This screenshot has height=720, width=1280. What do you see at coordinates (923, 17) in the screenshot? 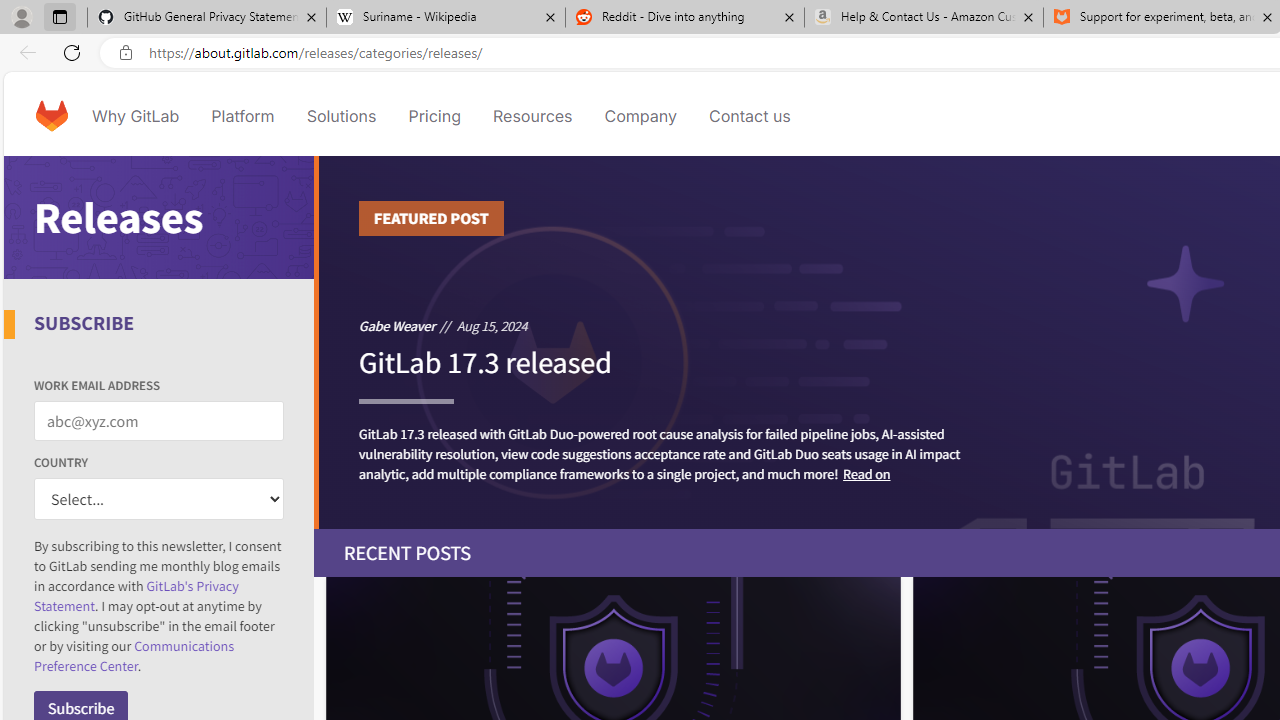
I see `'Help & Contact Us - Amazon Customer Service - Sleeping'` at bounding box center [923, 17].